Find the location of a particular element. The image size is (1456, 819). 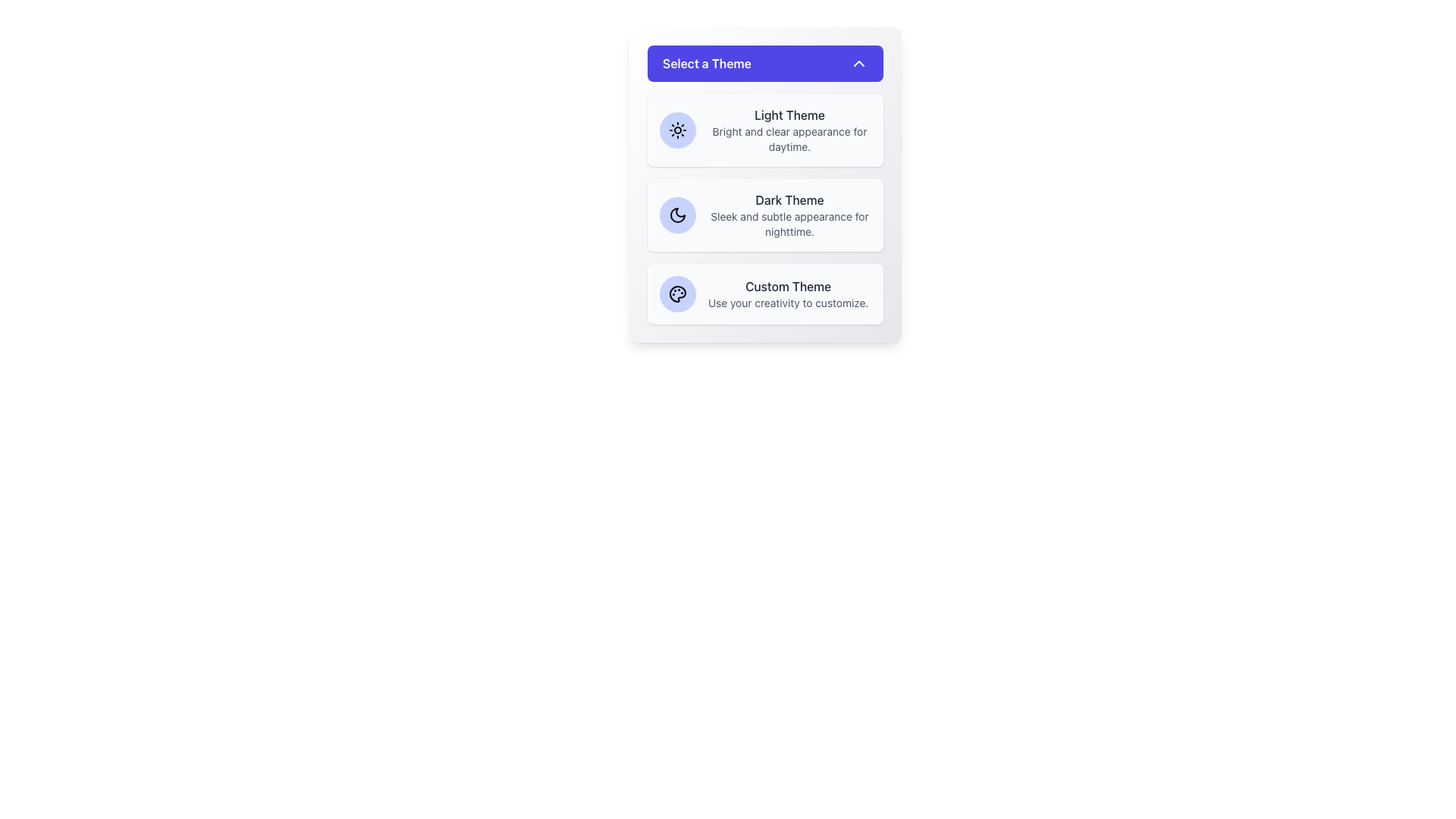

the circular light indigo icon with a moon-like shape and a black outline, located to the left of the 'Dark Theme' text in the three-option list is located at coordinates (676, 215).